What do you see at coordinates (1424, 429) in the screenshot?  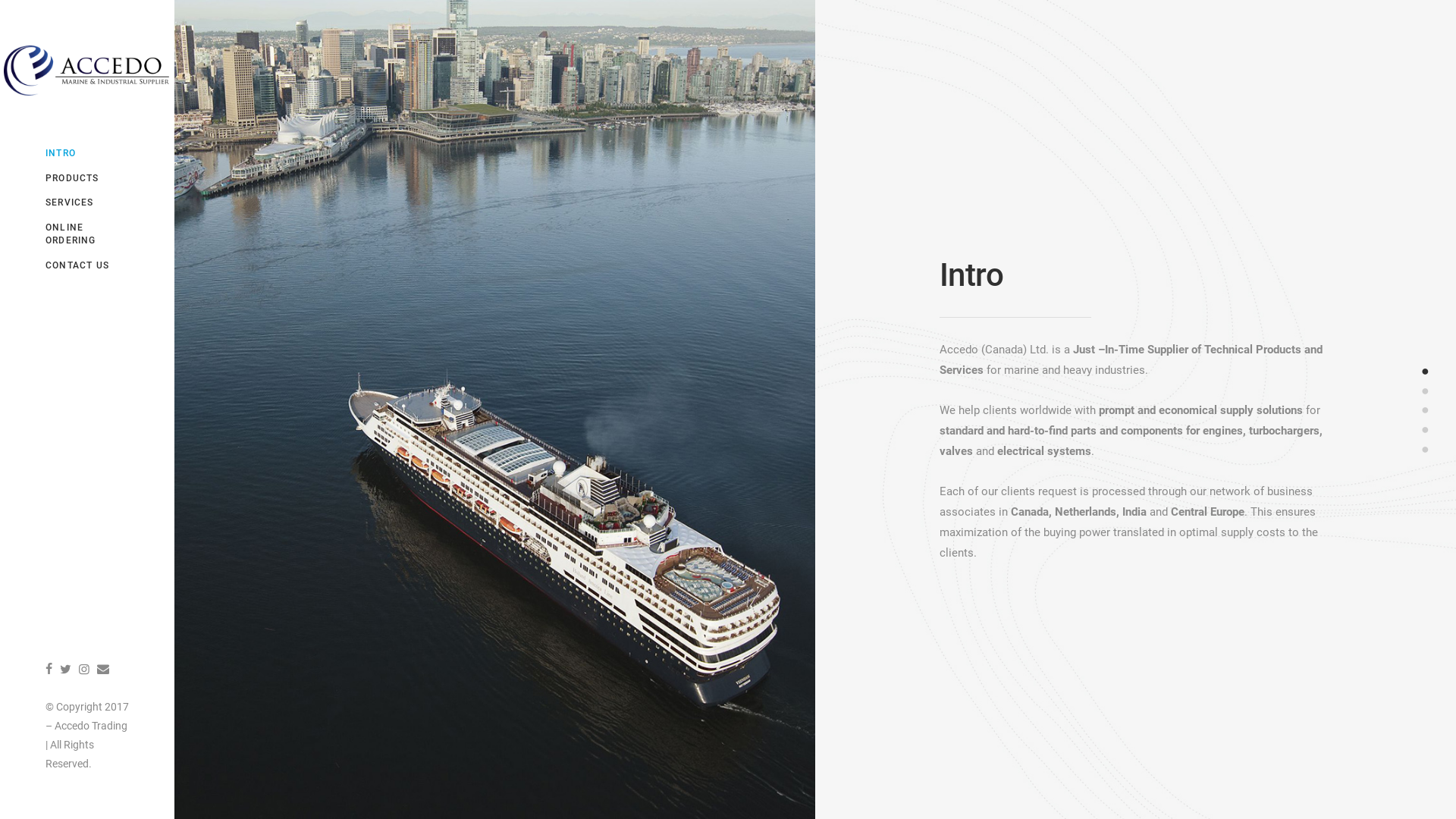 I see `'4'` at bounding box center [1424, 429].